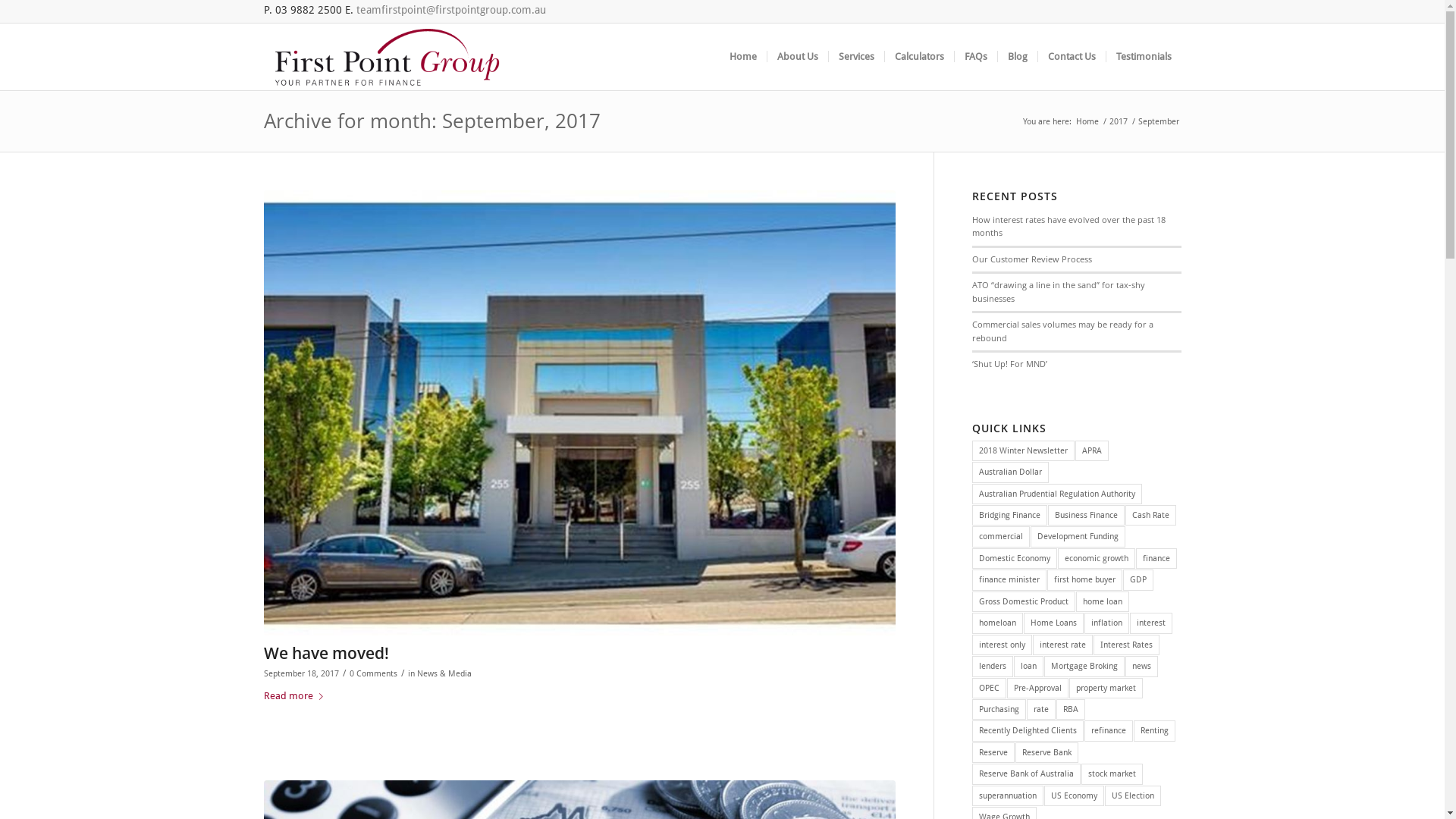  I want to click on '2018 Winter Newsletter', so click(1023, 450).